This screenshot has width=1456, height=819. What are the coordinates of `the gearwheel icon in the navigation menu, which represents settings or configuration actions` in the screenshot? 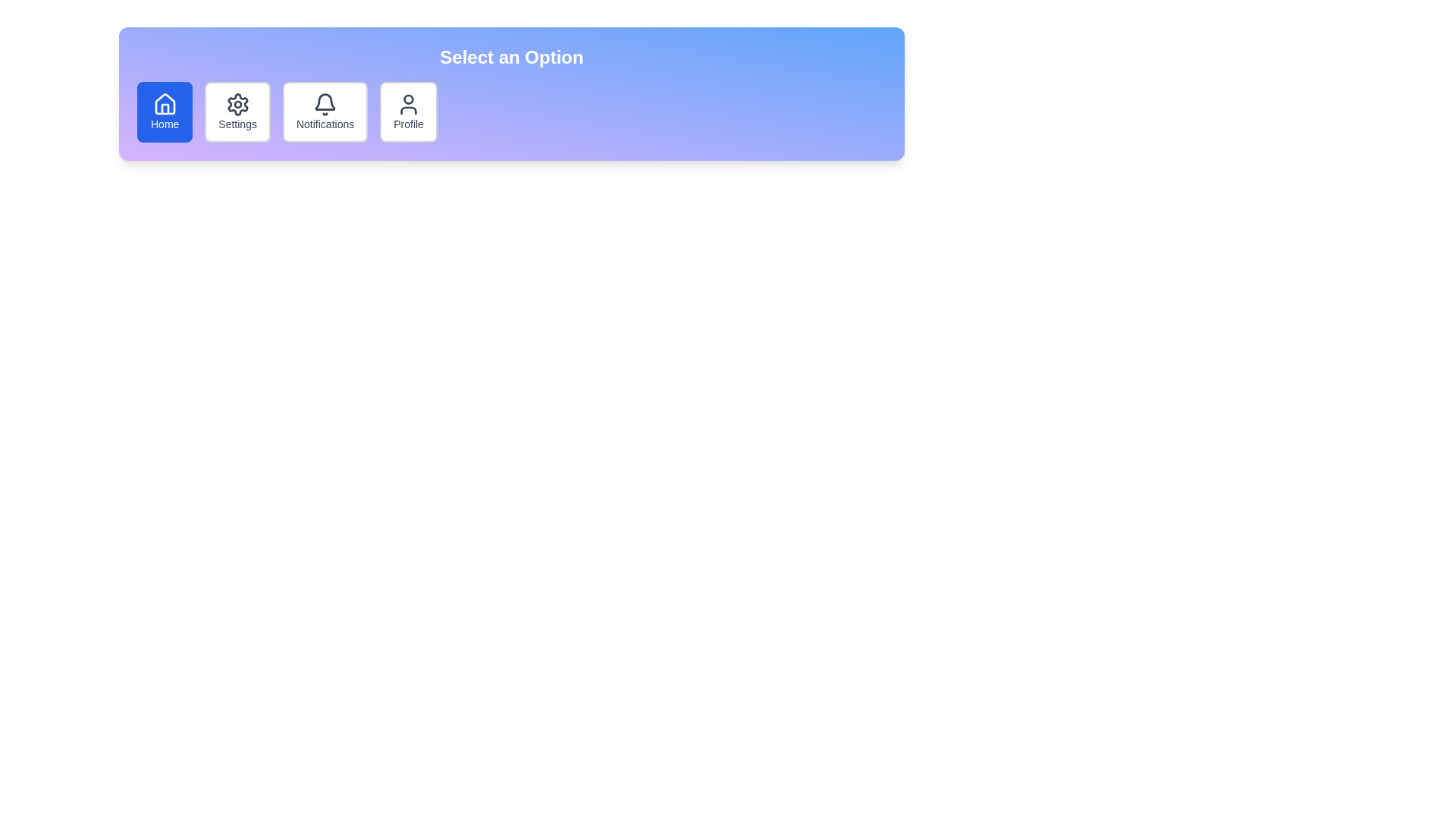 It's located at (237, 104).